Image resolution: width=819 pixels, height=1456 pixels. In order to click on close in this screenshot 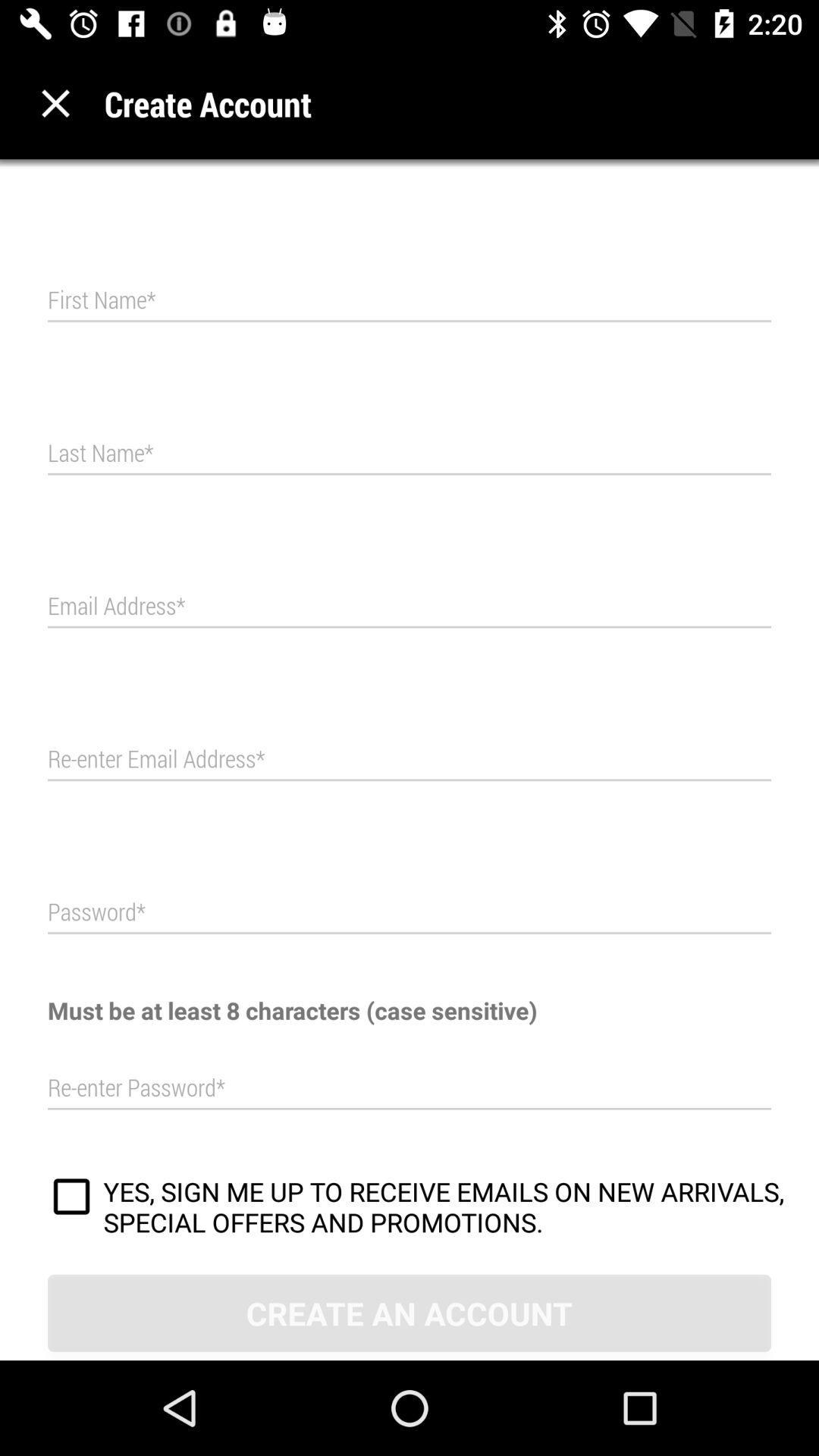, I will do `click(55, 102)`.